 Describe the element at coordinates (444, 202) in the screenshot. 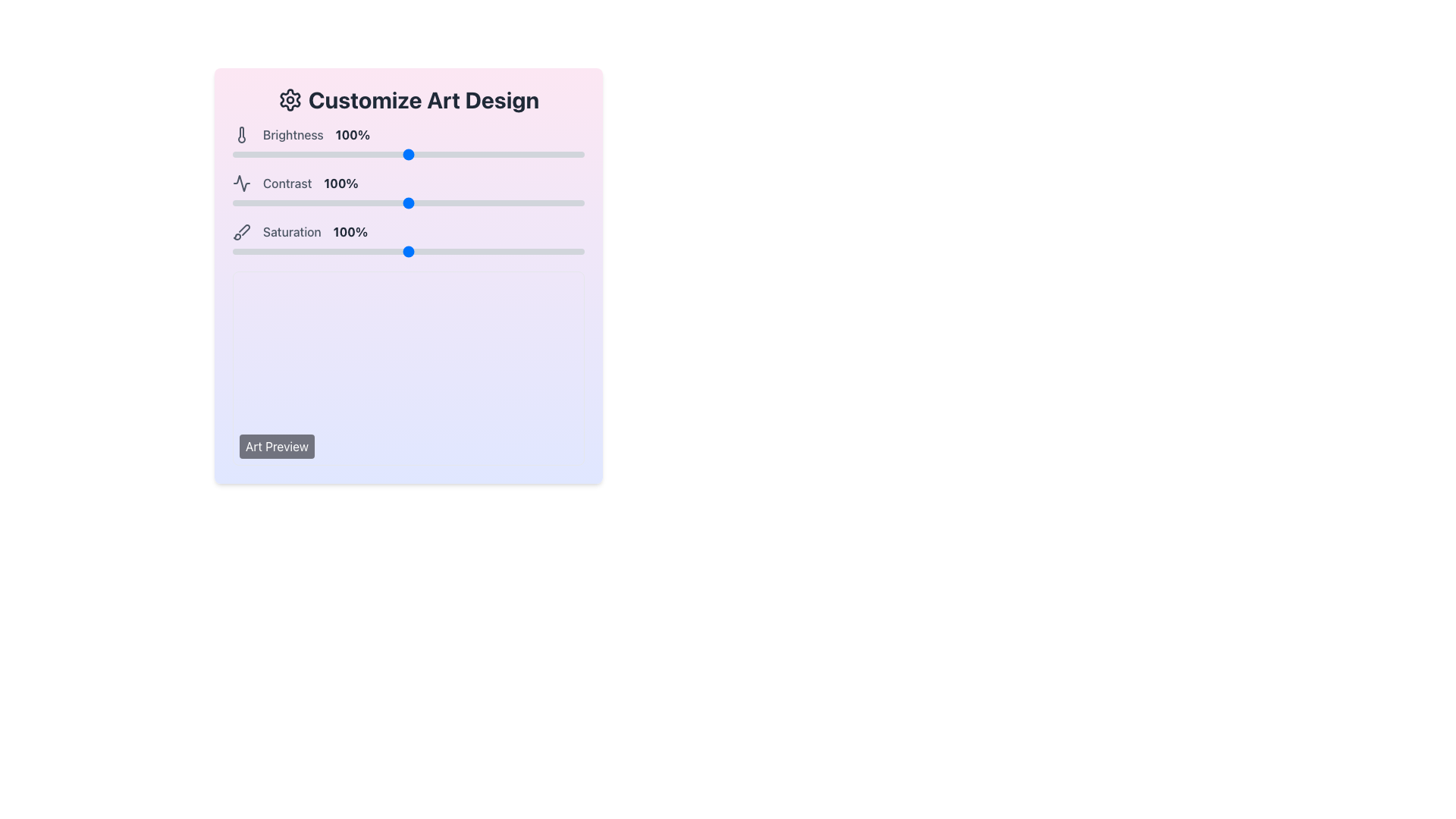

I see `contrast` at that location.